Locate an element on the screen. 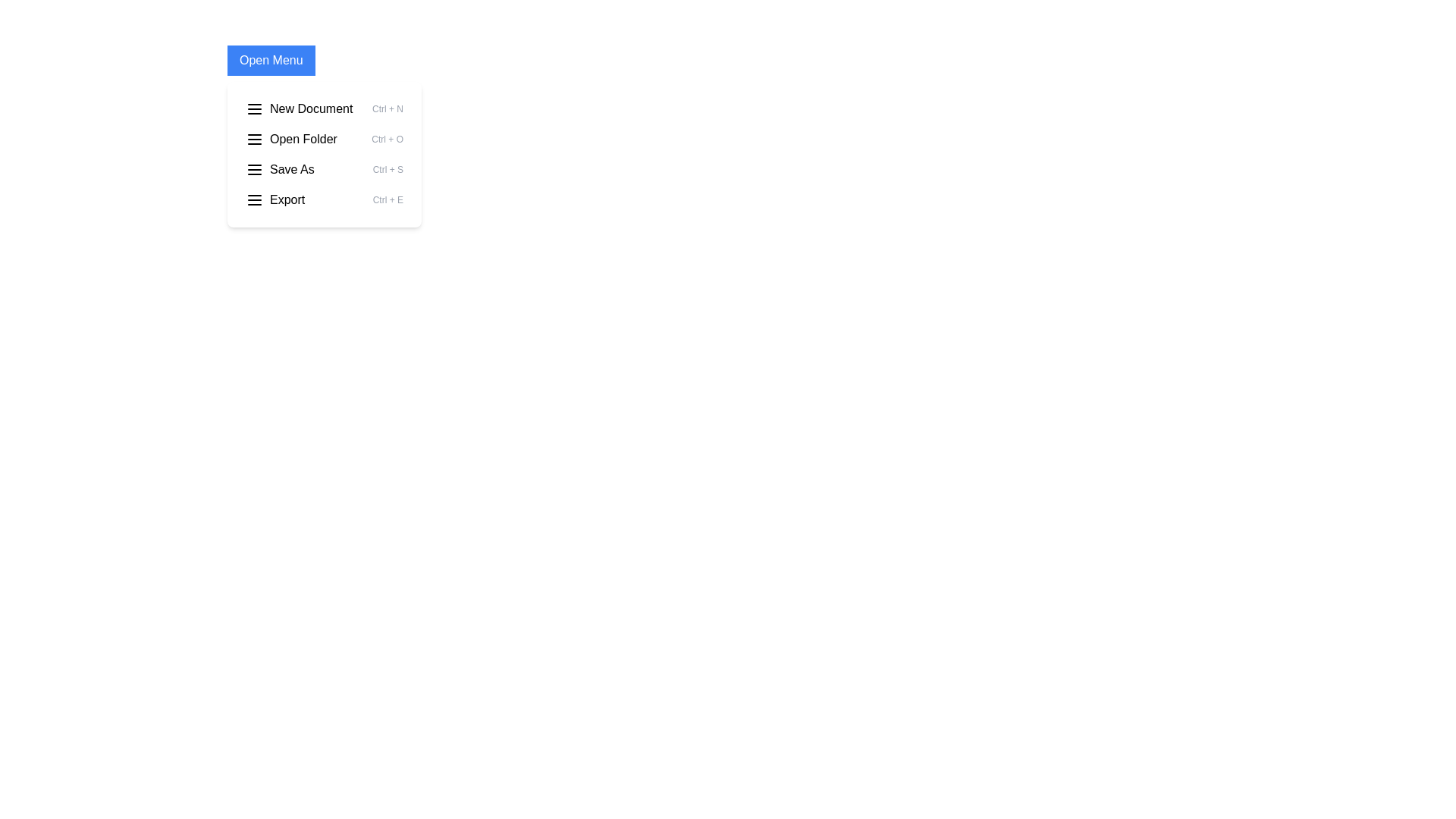 The width and height of the screenshot is (1456, 819). the Menu item icon, which is composed of three horizontally-aligned black lines and is positioned to the left of the 'Save As' text in the menu panel is located at coordinates (255, 169).